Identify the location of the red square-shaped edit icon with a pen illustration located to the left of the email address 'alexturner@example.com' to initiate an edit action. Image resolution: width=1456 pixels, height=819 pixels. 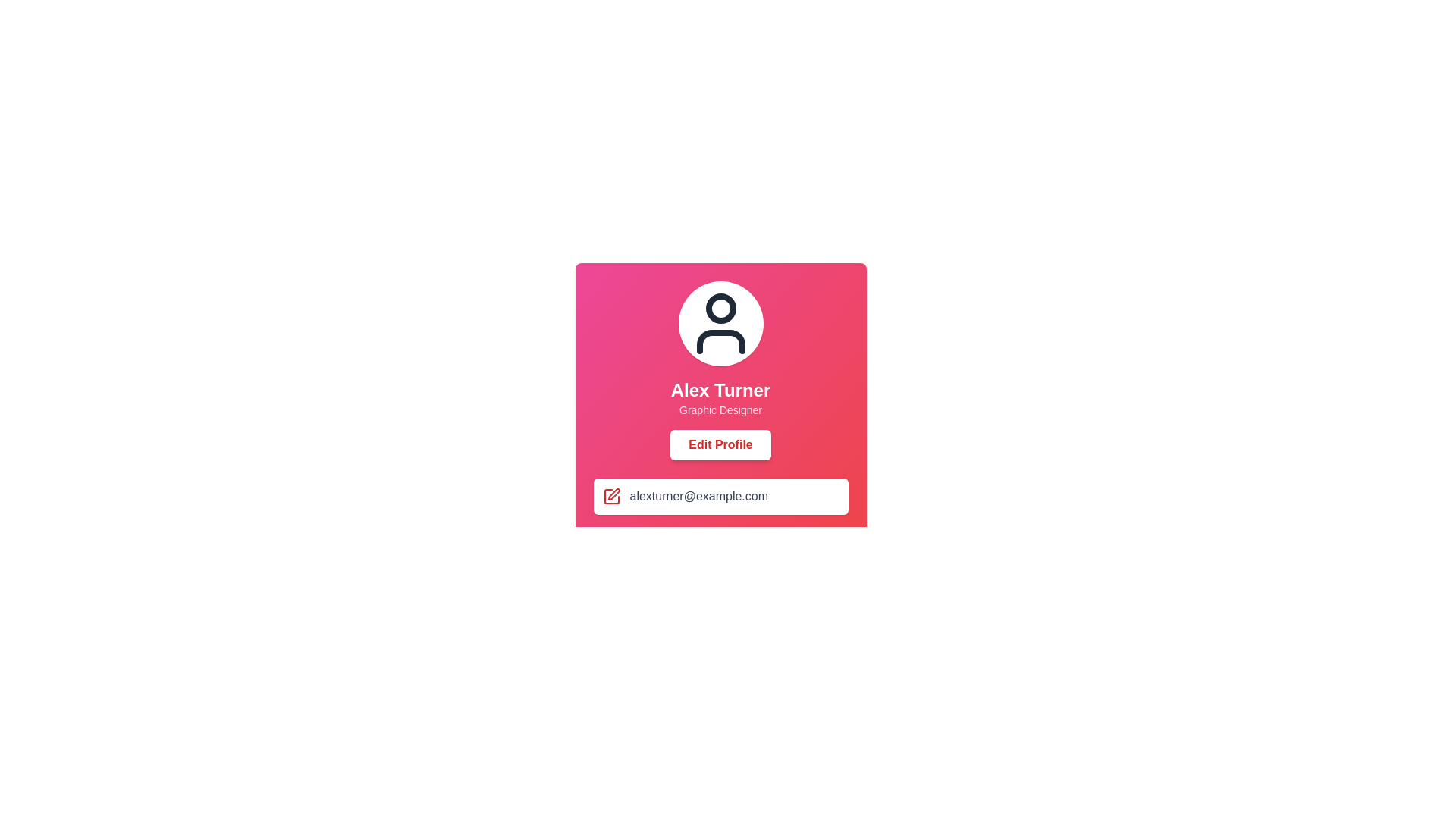
(611, 497).